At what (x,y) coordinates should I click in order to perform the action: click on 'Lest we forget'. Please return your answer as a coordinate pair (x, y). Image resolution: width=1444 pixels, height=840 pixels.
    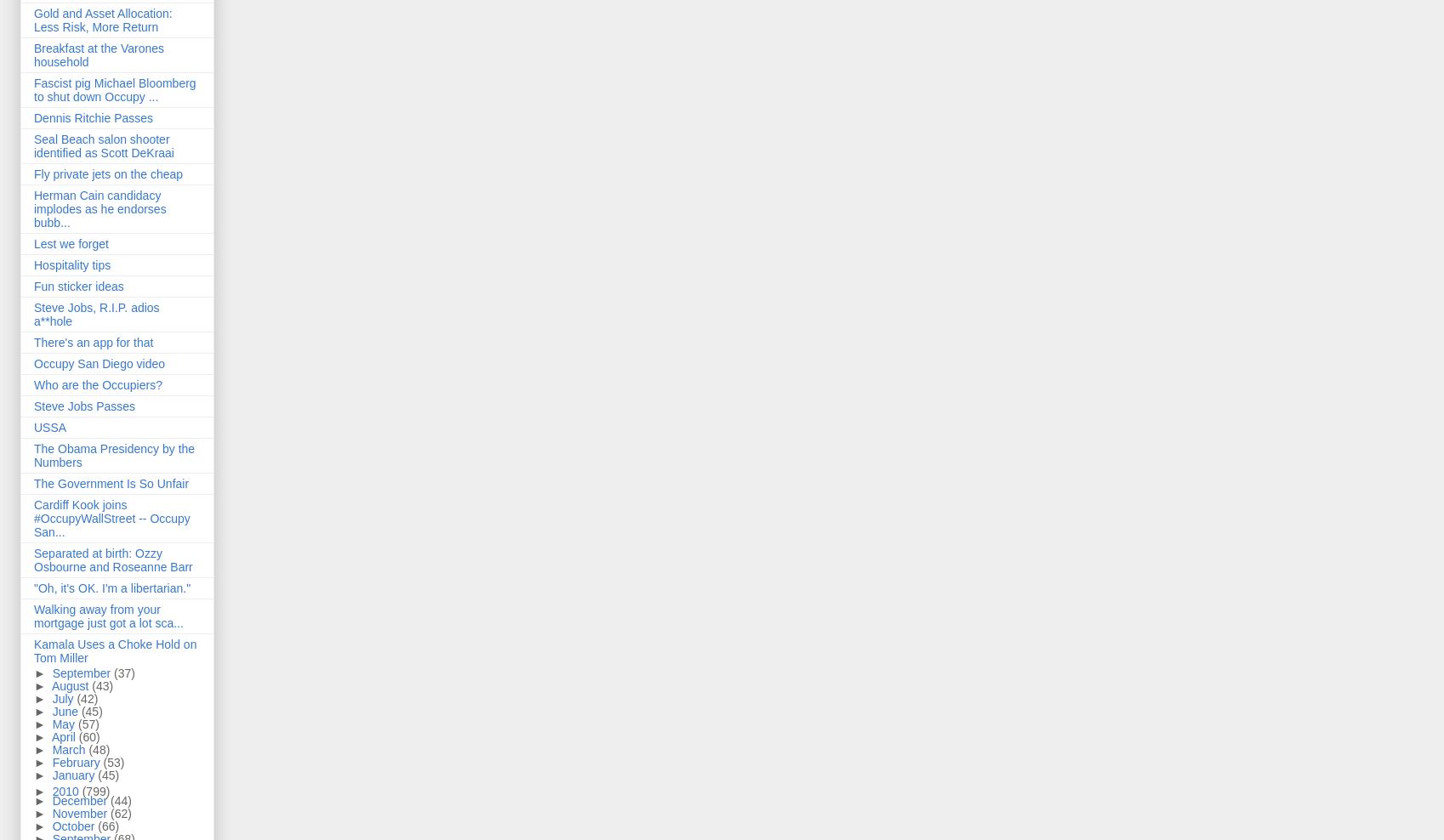
    Looking at the image, I should click on (71, 242).